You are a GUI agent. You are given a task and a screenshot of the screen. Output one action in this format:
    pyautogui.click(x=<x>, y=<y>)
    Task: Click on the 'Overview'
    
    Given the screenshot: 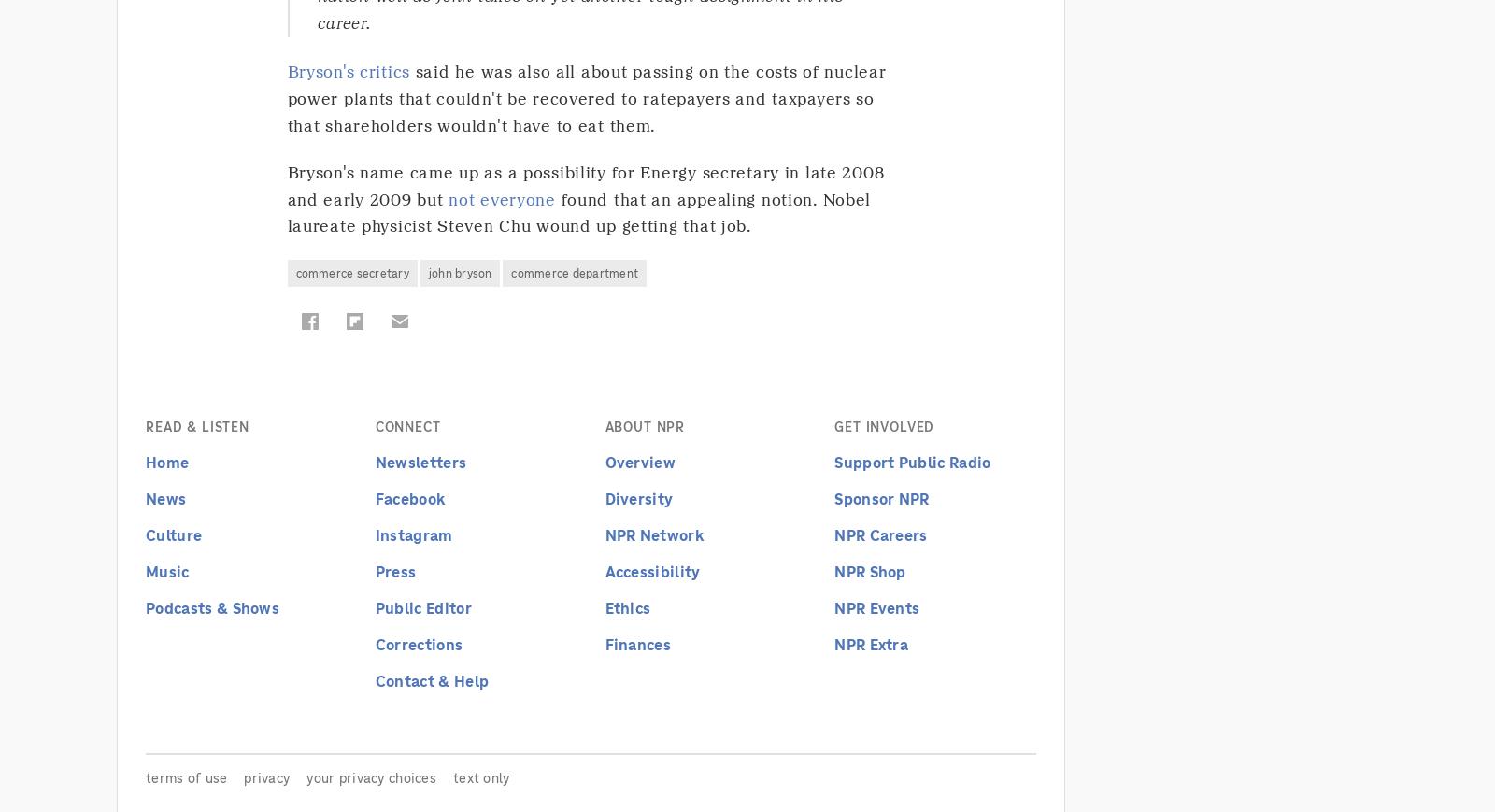 What is the action you would take?
    pyautogui.click(x=605, y=462)
    